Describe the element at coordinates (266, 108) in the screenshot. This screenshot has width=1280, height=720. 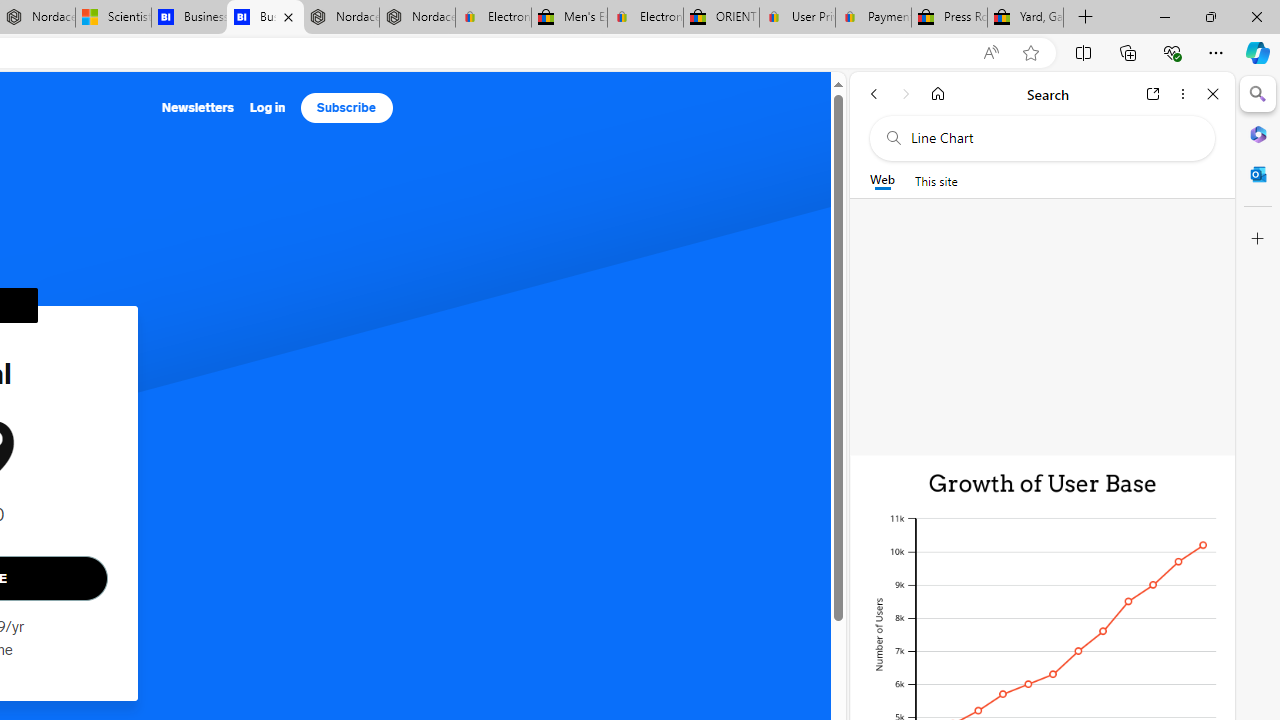
I see `'Log in'` at that location.